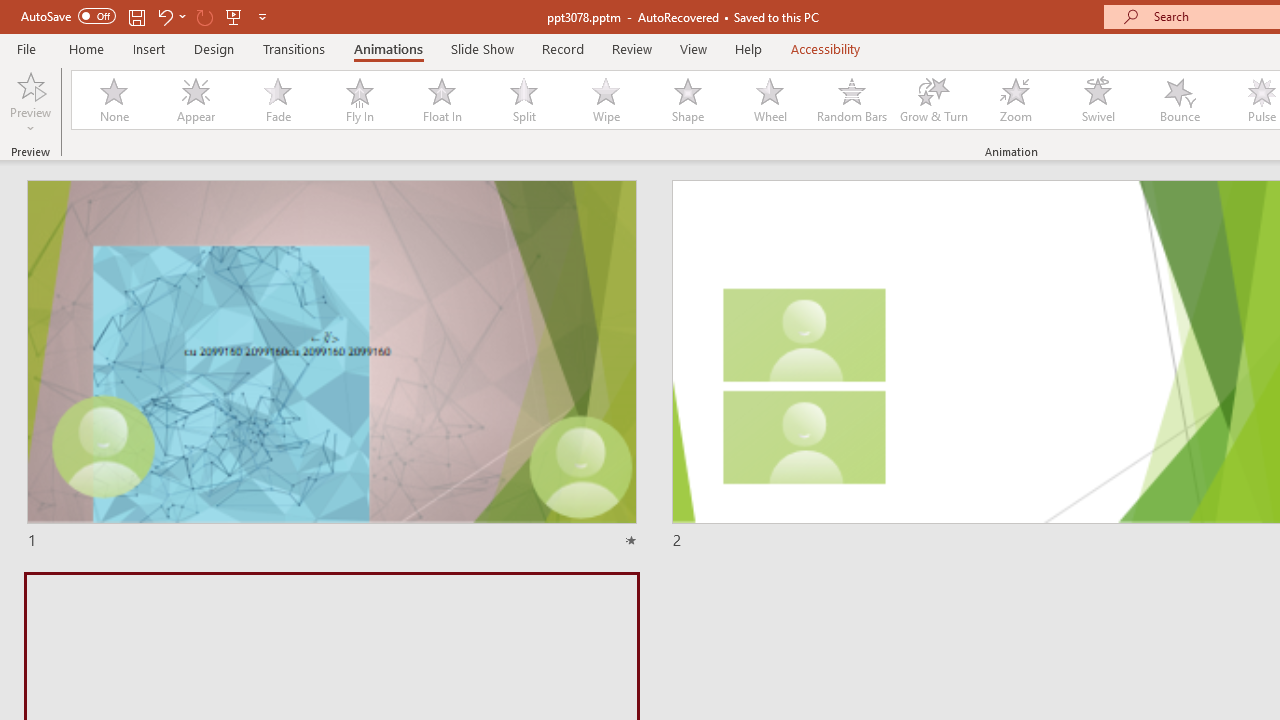  Describe the element at coordinates (359, 100) in the screenshot. I see `'Fly In'` at that location.